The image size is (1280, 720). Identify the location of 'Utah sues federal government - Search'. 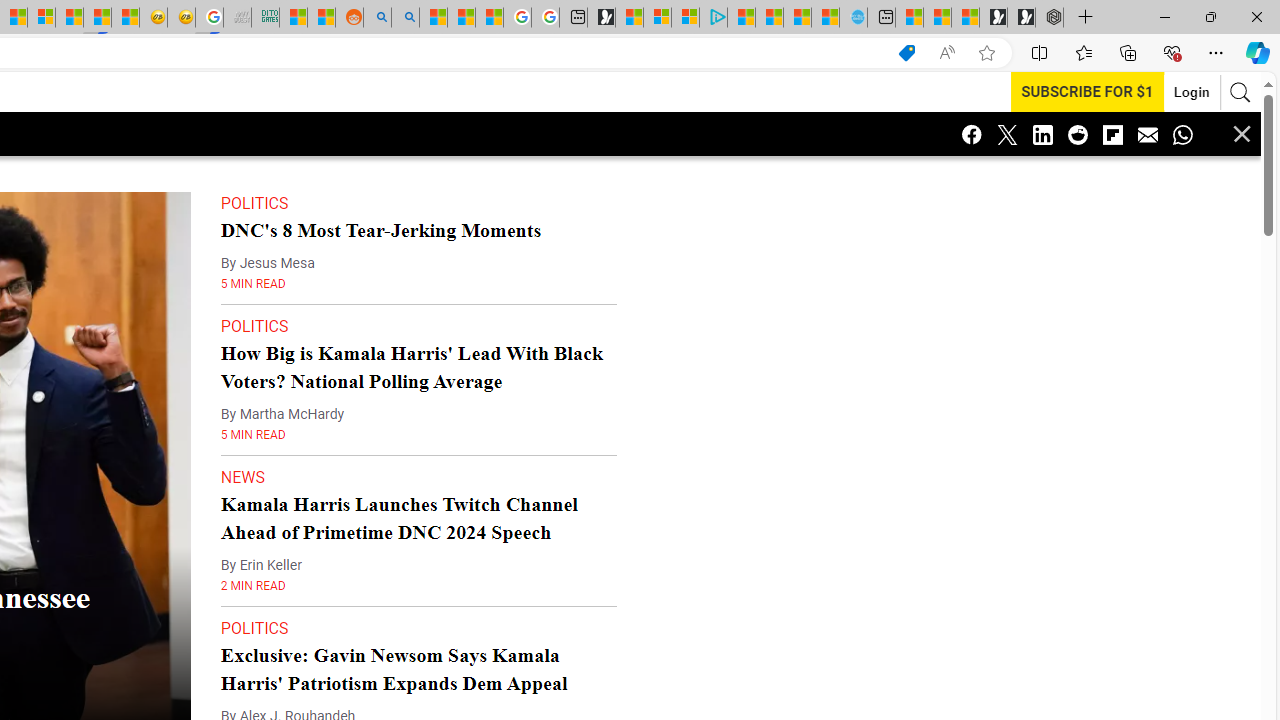
(404, 17).